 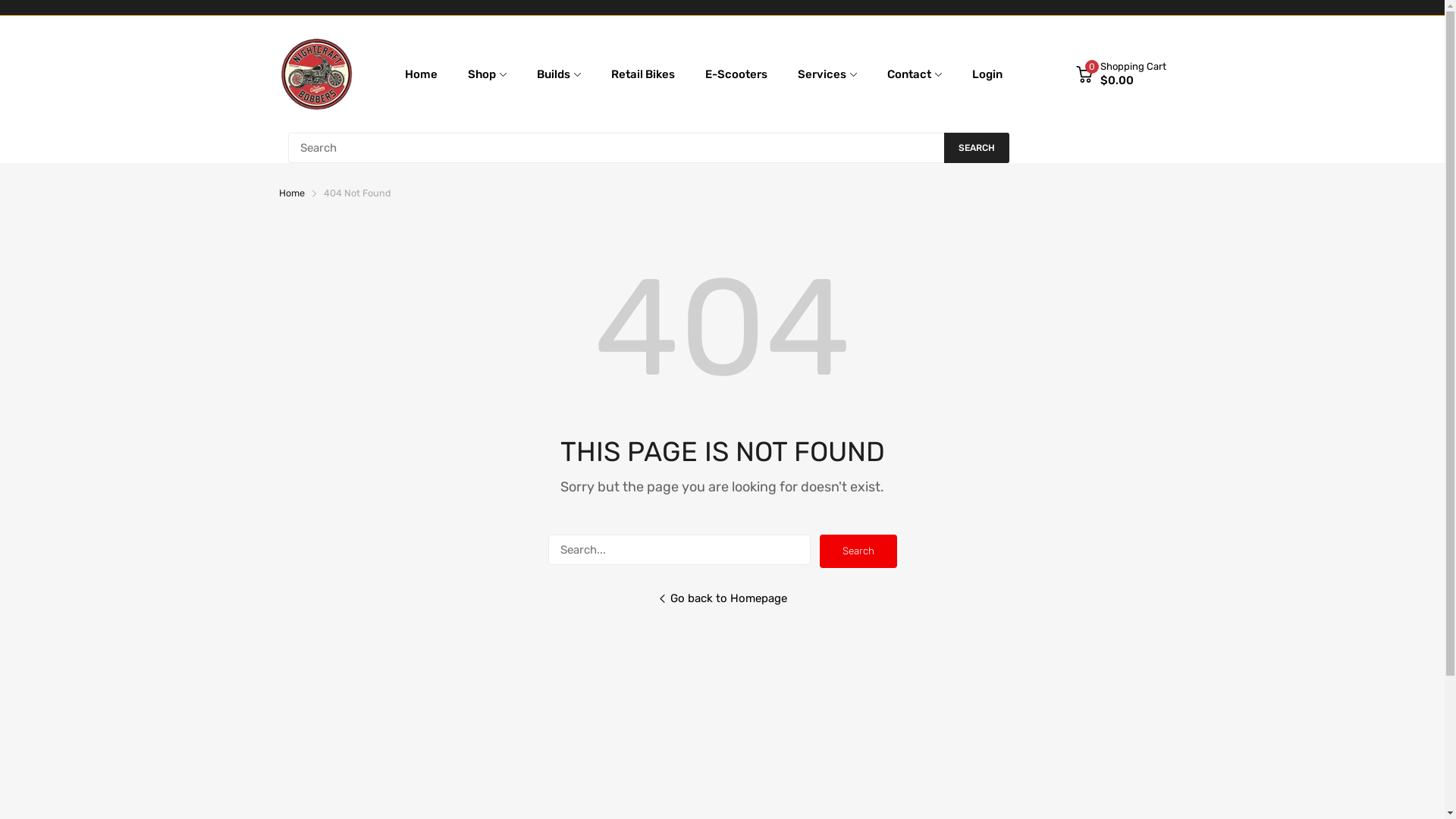 What do you see at coordinates (704, 74) in the screenshot?
I see `'E-Scooters'` at bounding box center [704, 74].